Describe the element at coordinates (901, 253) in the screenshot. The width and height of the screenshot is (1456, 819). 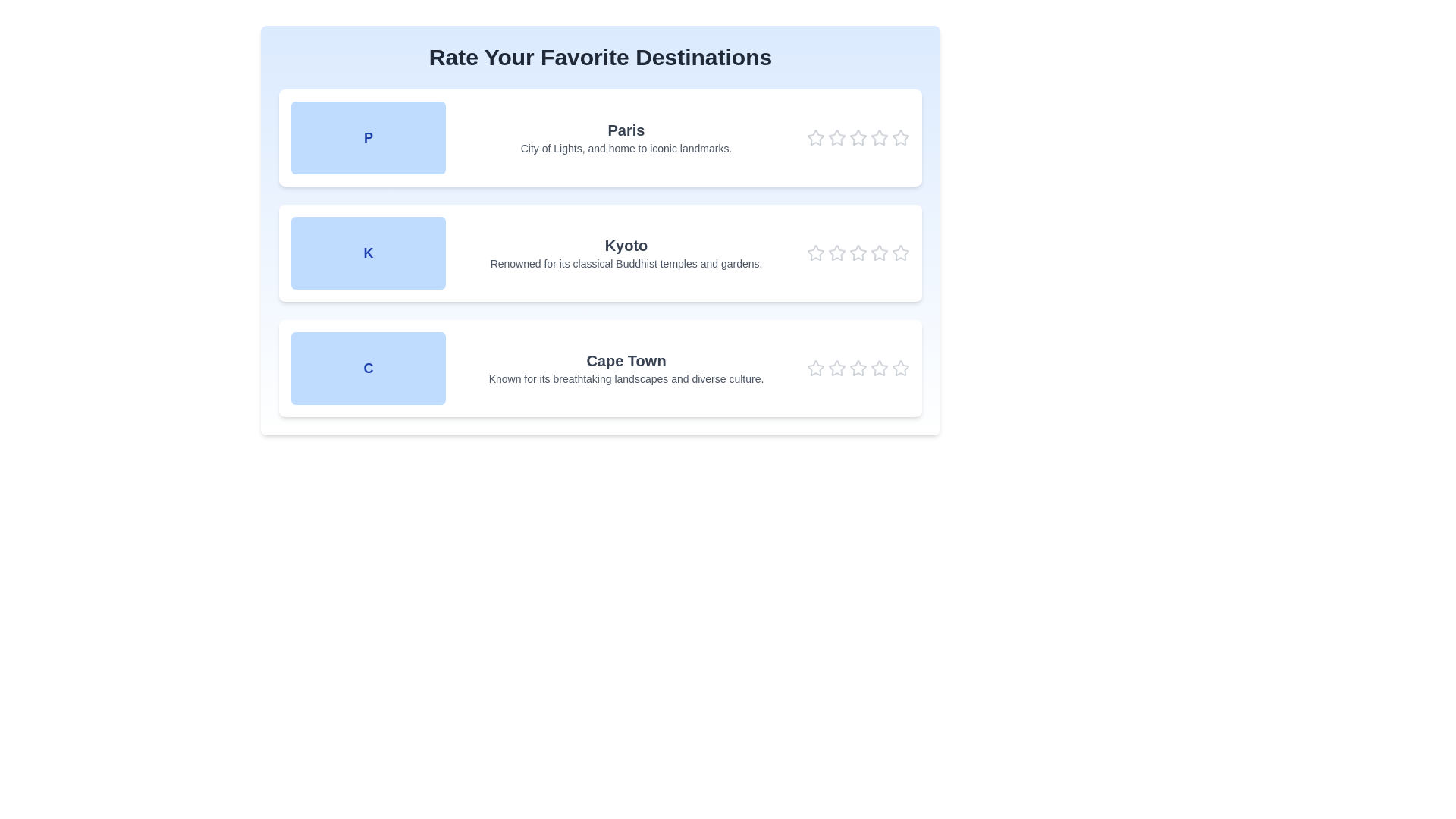
I see `the sixth star icon in the rating system for the card labeled 'Kyoto', which is located towards the right edge of the card` at that location.